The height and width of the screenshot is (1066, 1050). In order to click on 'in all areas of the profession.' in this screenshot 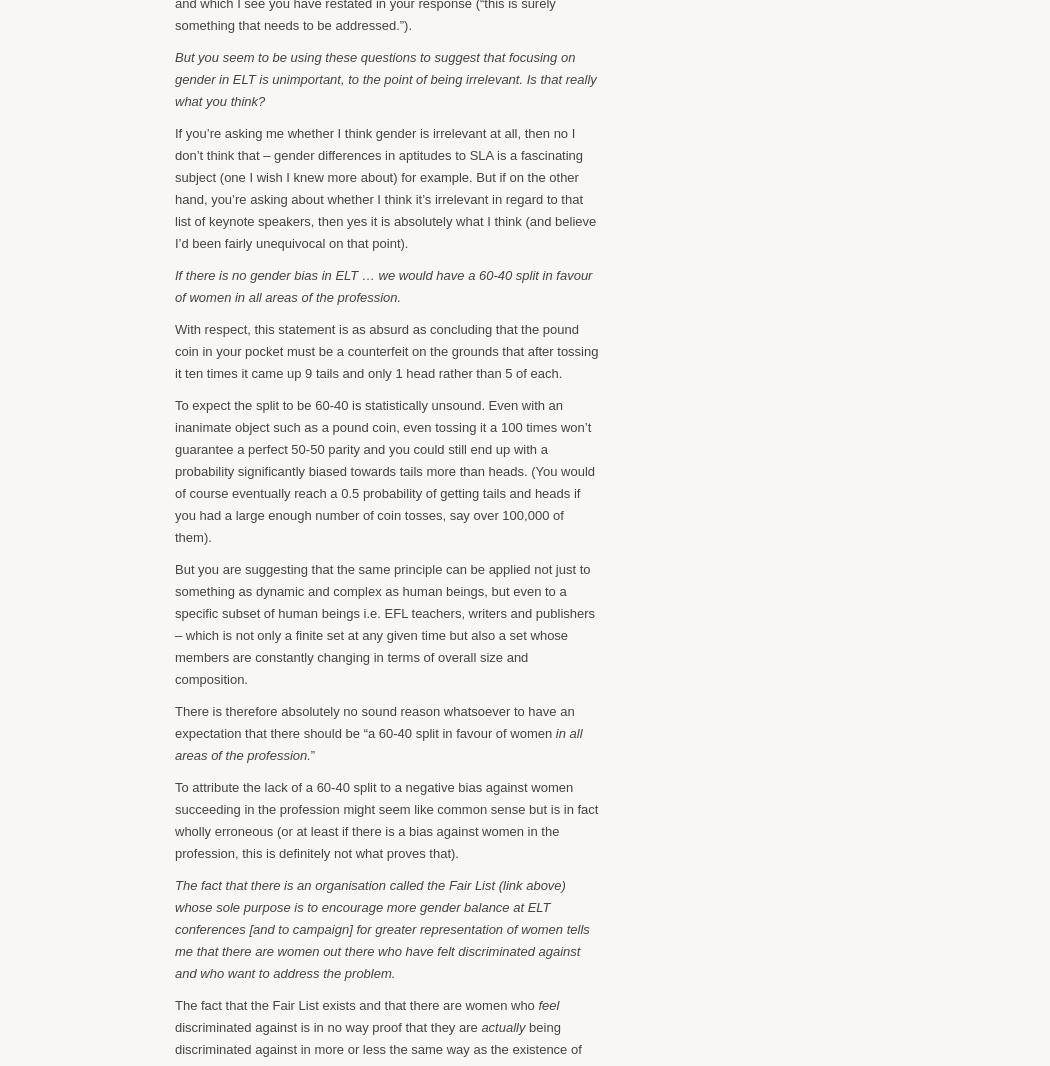, I will do `click(378, 742)`.